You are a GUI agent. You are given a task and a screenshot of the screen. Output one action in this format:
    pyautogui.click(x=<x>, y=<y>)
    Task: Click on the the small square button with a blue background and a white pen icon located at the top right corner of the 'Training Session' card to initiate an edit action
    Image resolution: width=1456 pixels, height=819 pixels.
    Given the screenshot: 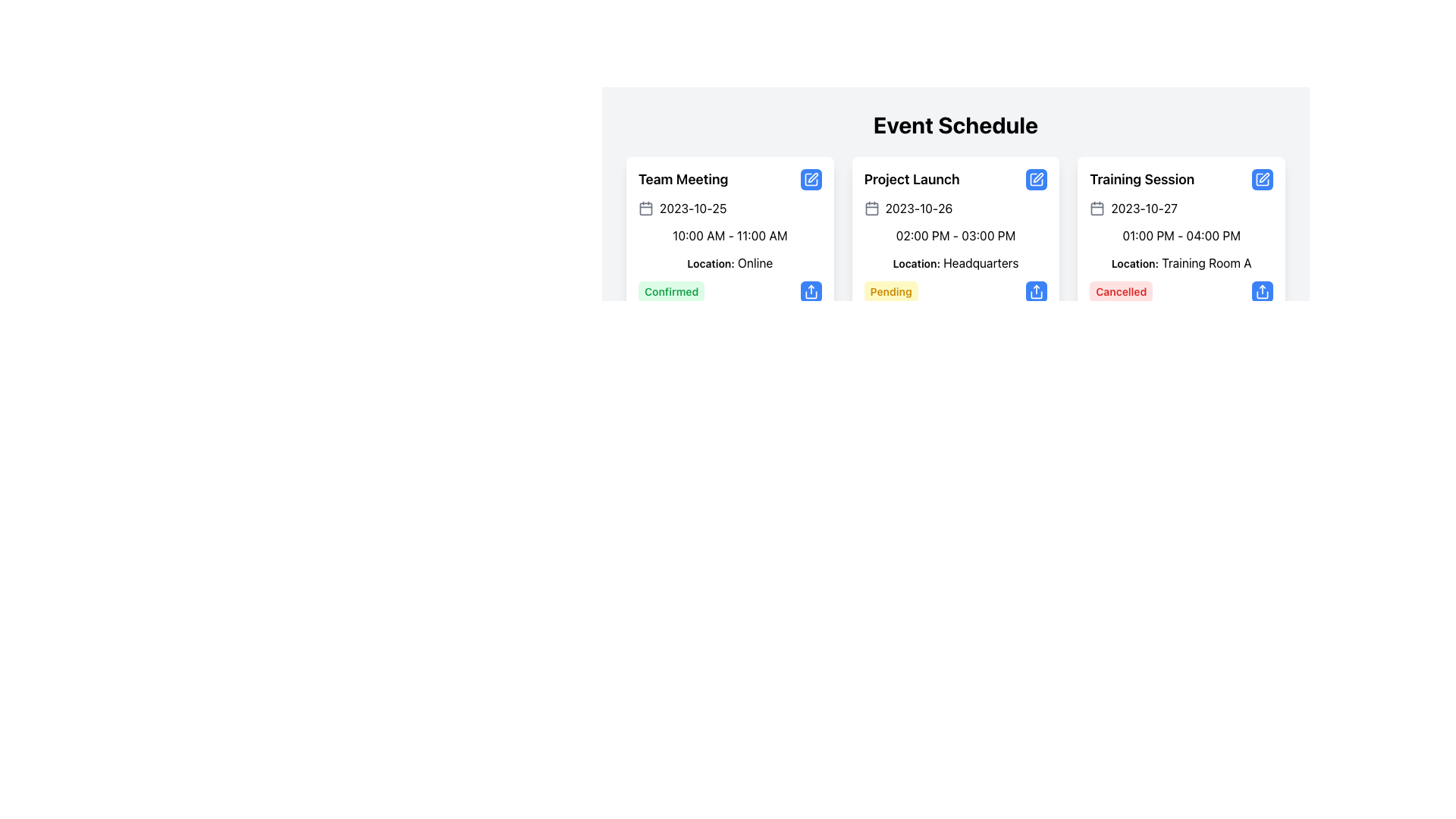 What is the action you would take?
    pyautogui.click(x=1263, y=178)
    